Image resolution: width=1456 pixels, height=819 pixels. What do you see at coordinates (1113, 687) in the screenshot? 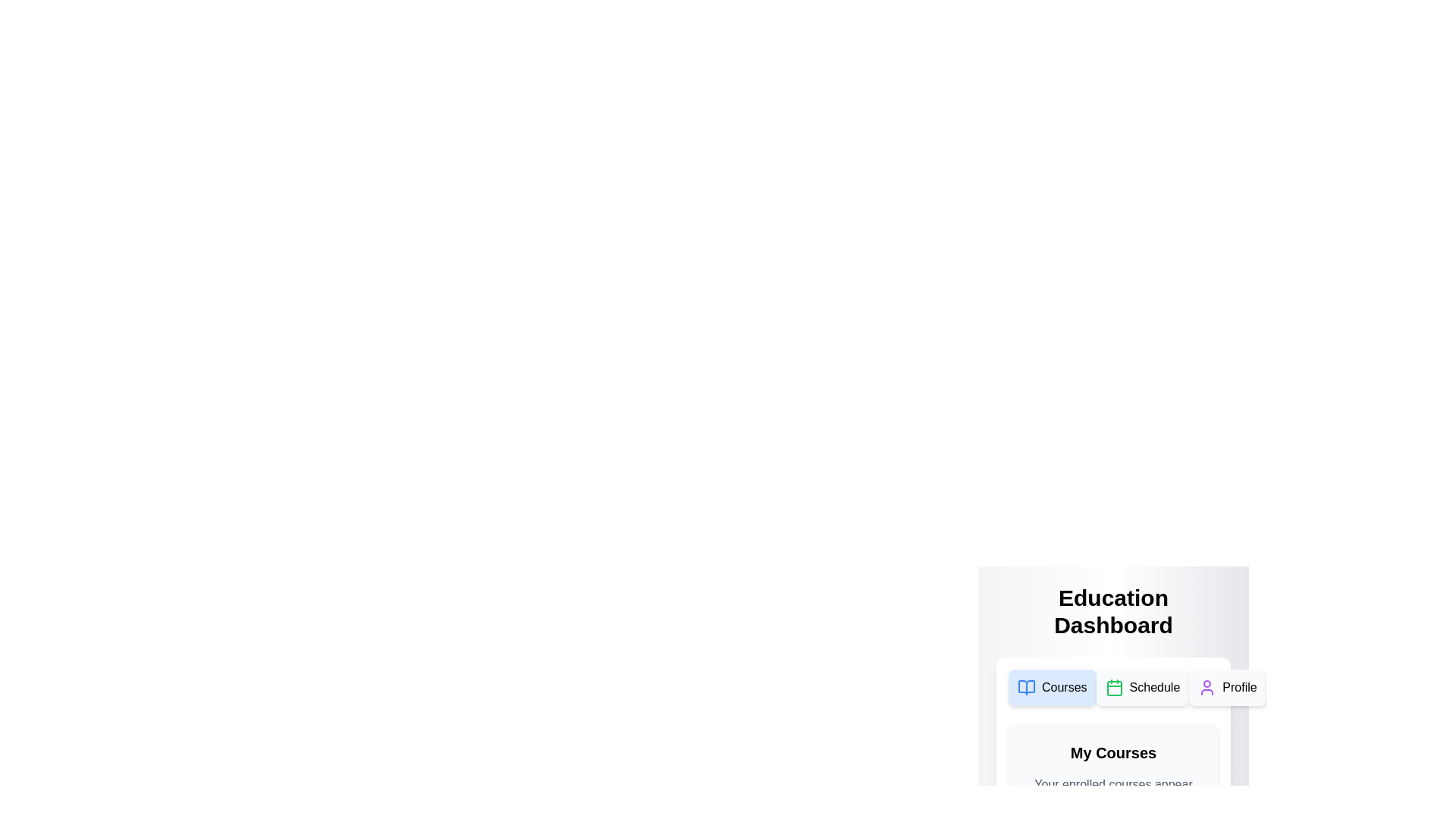
I see `the highlighted section of the Horizontal navigation bar which contains the text label 'Courses', 'Schedule', 'Profile', and 'Settings'` at bounding box center [1113, 687].